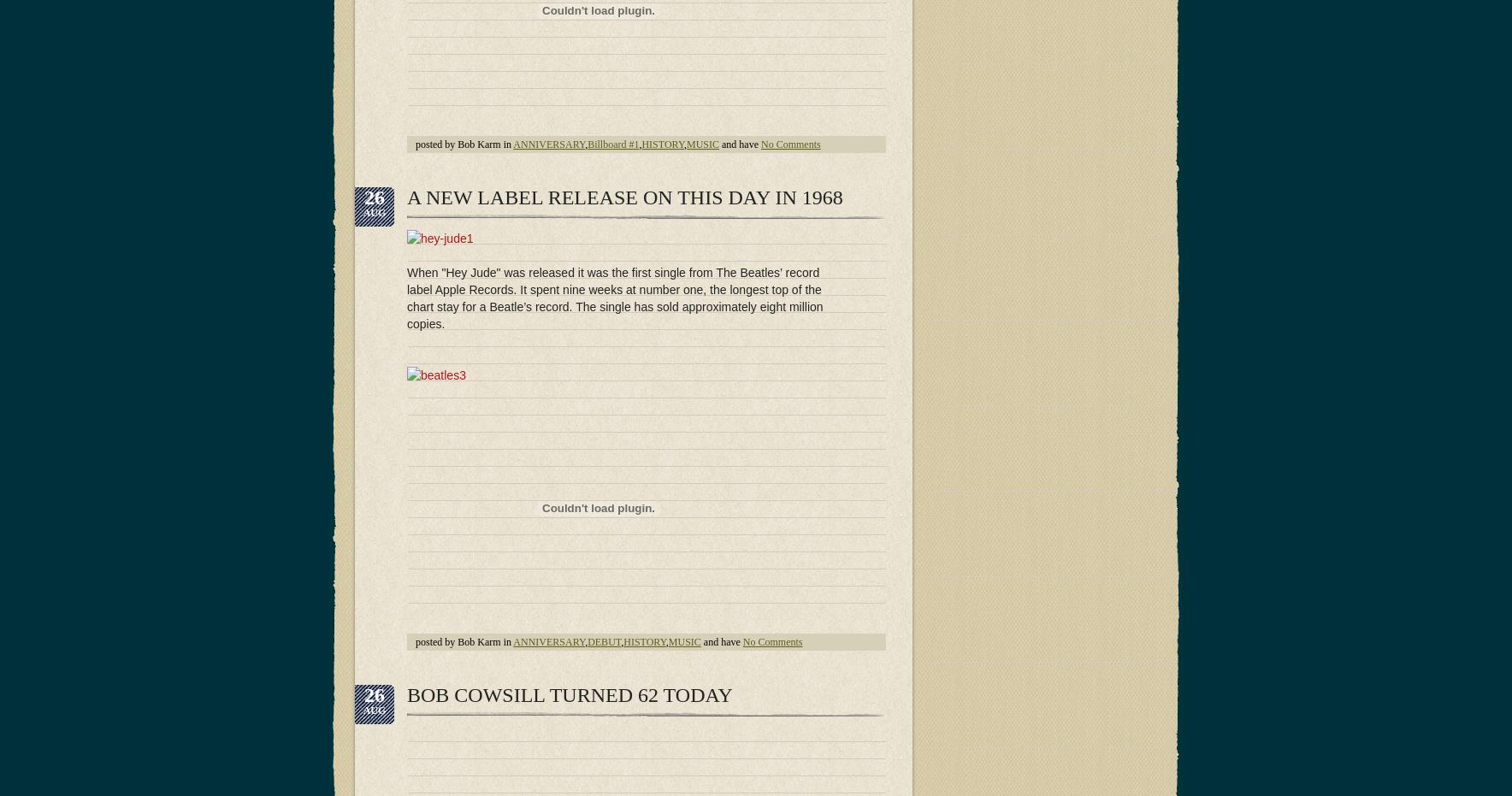 This screenshot has width=1512, height=796. I want to click on 'Billboard #1', so click(612, 143).